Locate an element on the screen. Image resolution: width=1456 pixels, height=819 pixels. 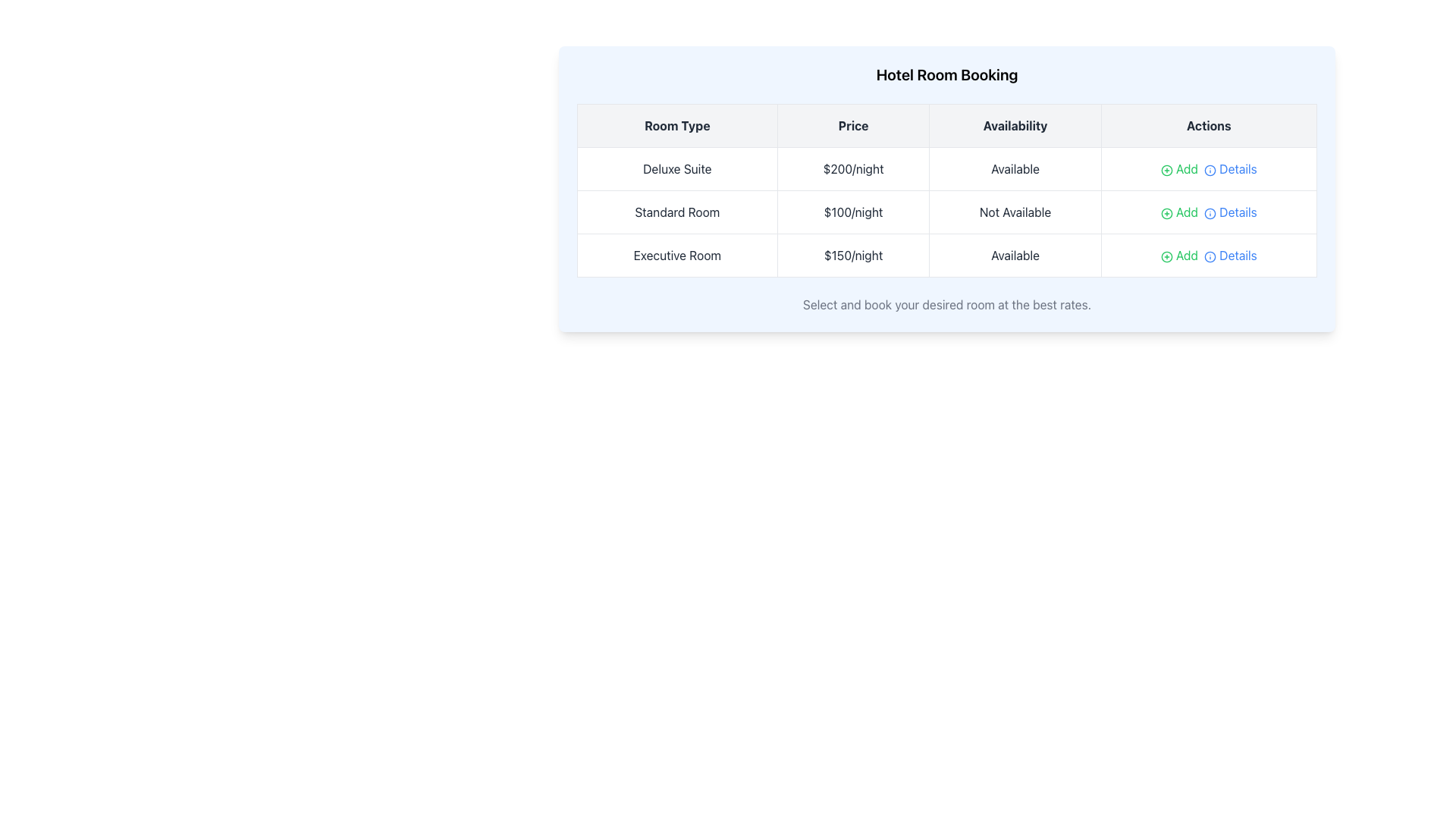
the table cell containing the room type name 'Deluxe Suite' is located at coordinates (676, 169).